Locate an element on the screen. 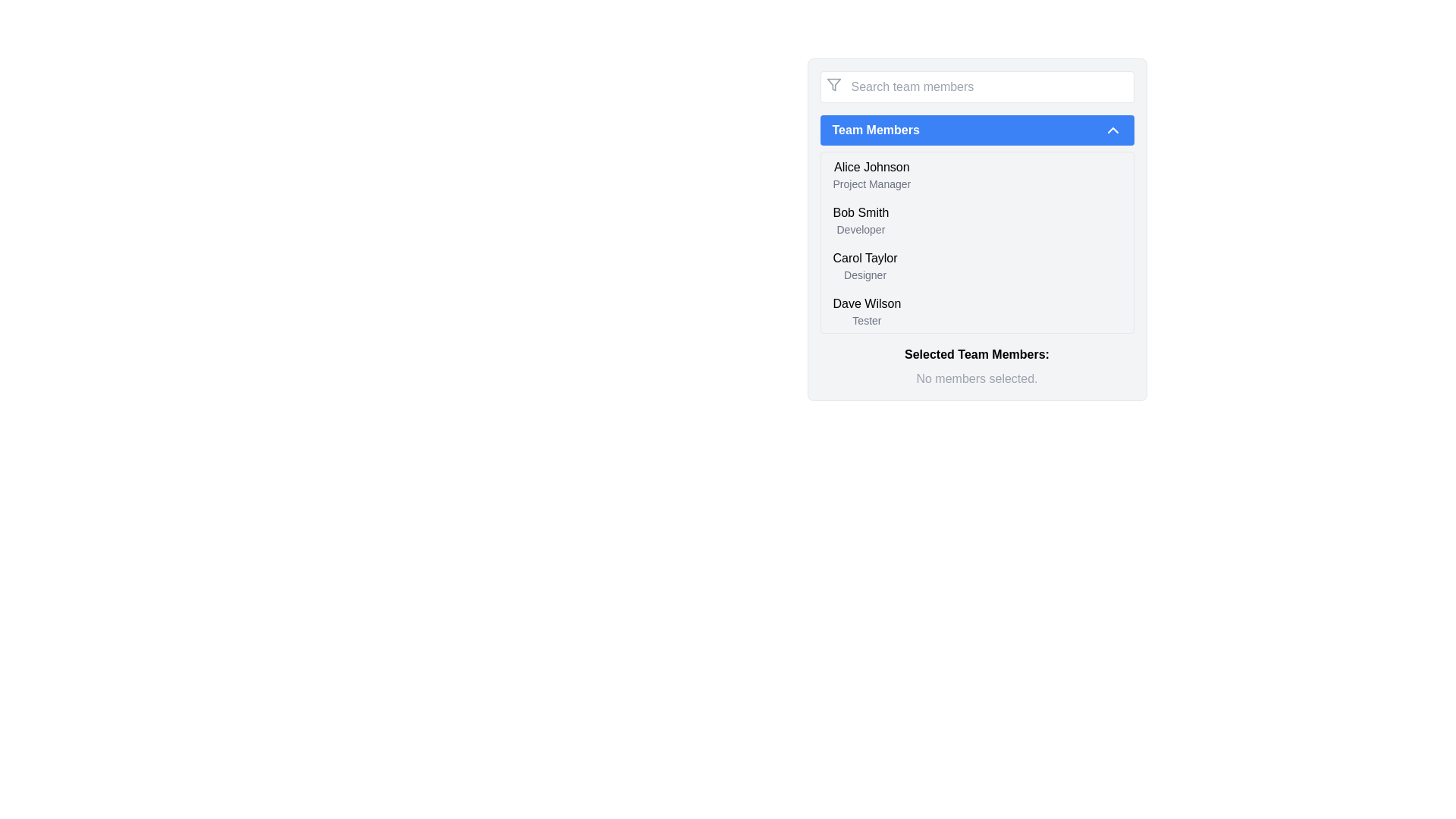 This screenshot has width=1456, height=819. the static text label displaying 'Alice Johnson', which is styled with medium font weight and appears above the title 'Project Manager' in the team member list is located at coordinates (871, 167).